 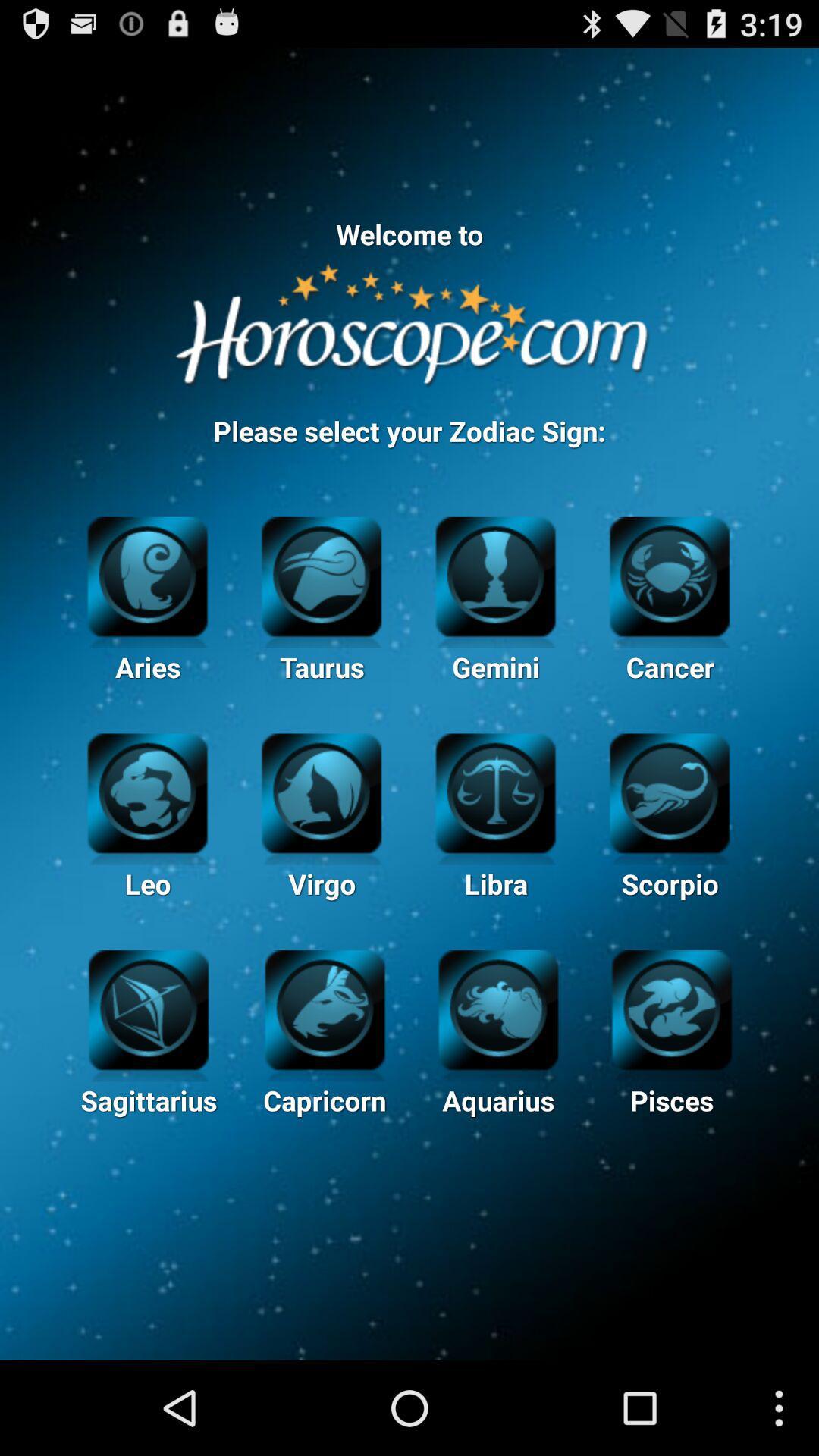 What do you see at coordinates (669, 790) in the screenshot?
I see `scorpio` at bounding box center [669, 790].